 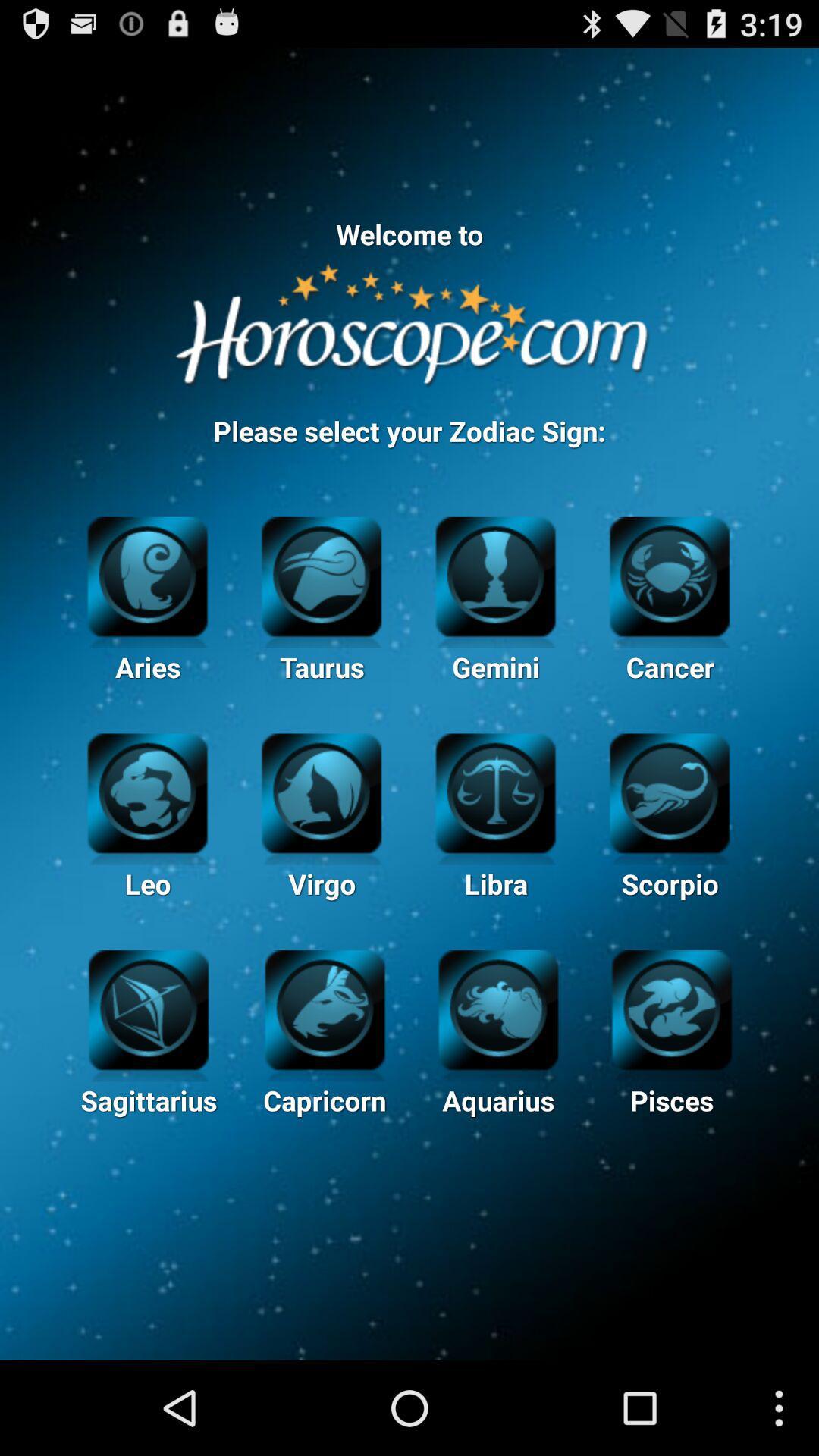 What do you see at coordinates (669, 790) in the screenshot?
I see `scorpio` at bounding box center [669, 790].